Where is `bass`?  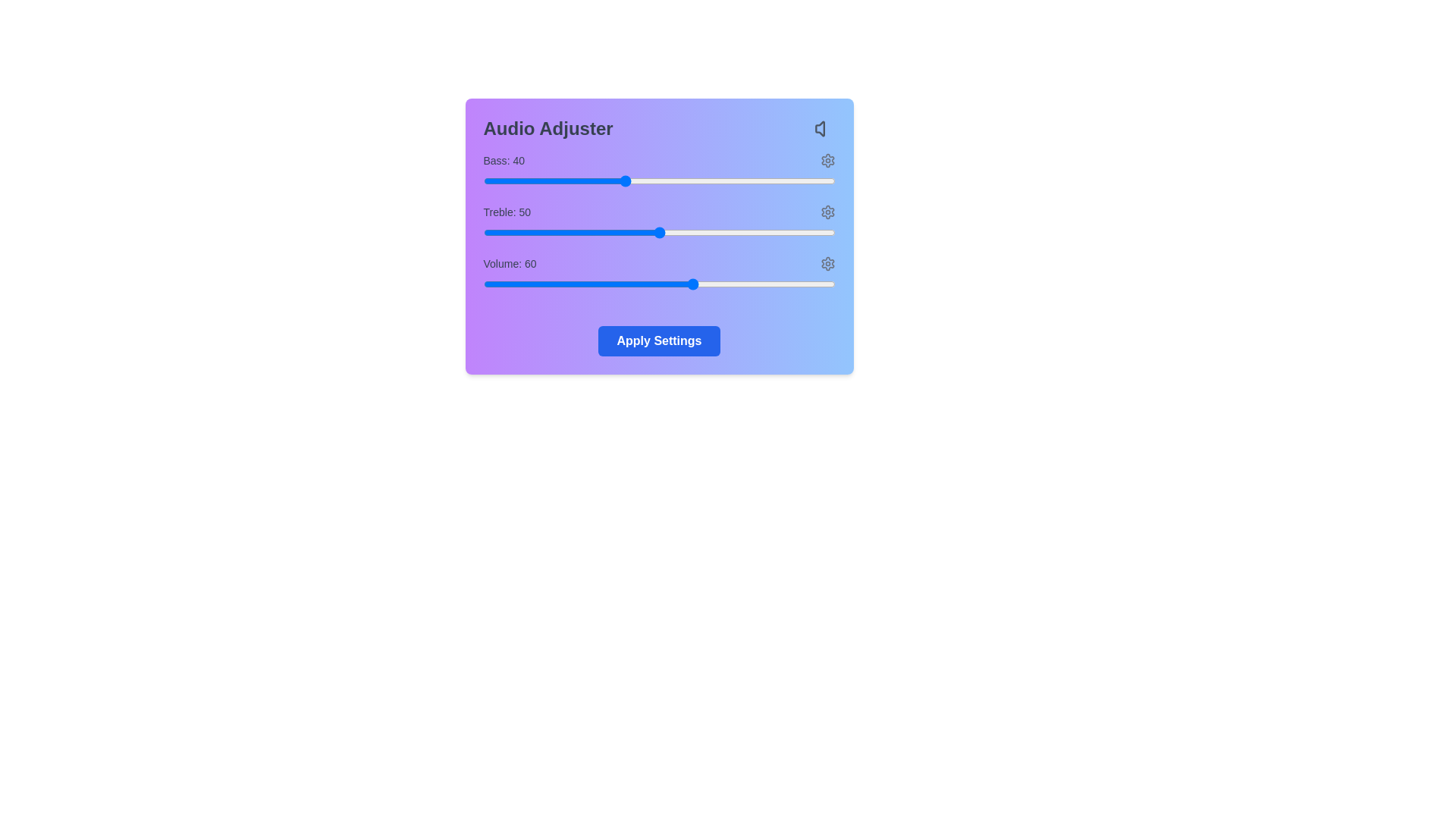
bass is located at coordinates (792, 174).